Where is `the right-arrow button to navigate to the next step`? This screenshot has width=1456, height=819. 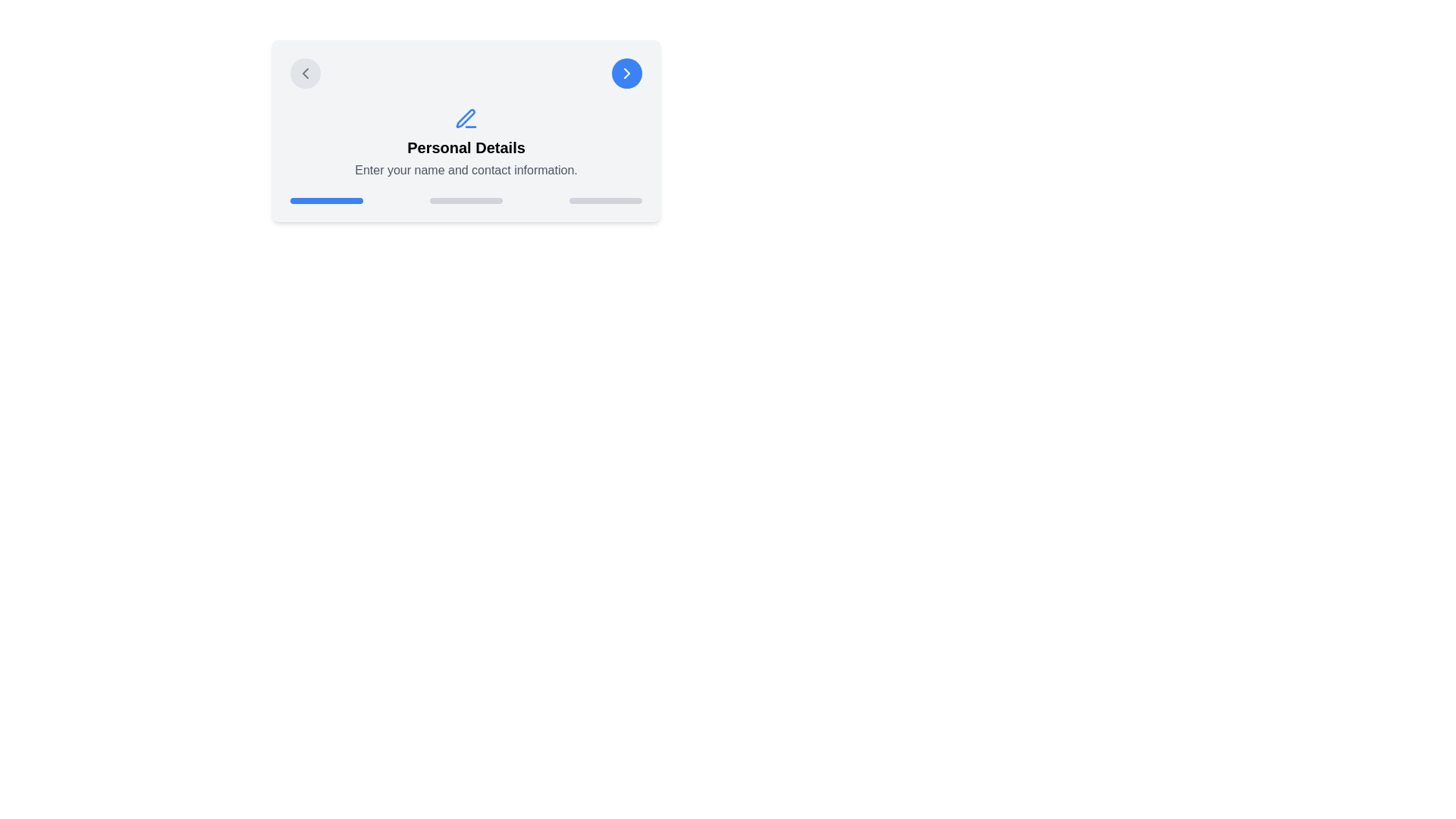
the right-arrow button to navigate to the next step is located at coordinates (626, 73).